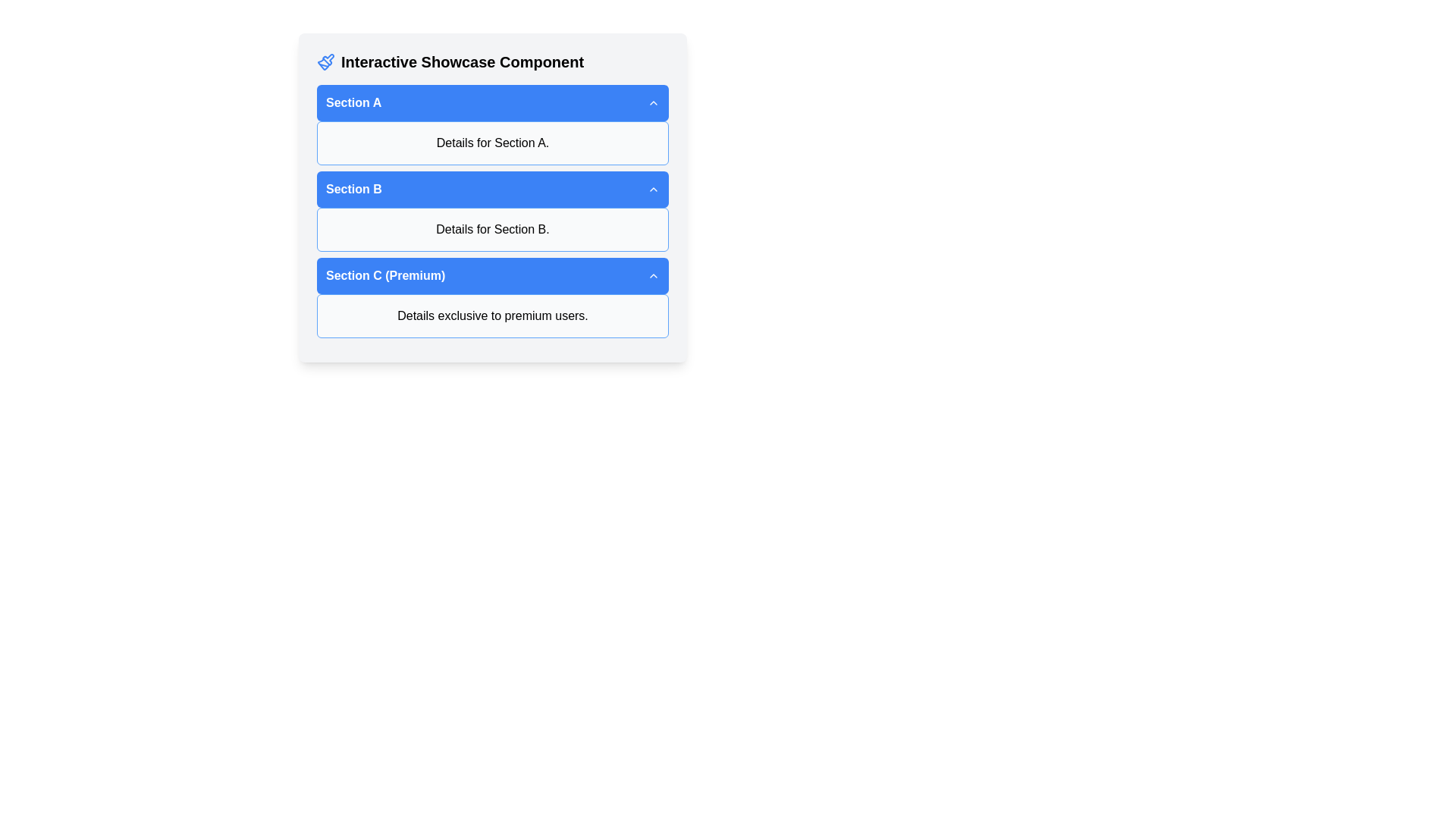 Image resolution: width=1456 pixels, height=819 pixels. Describe the element at coordinates (654, 189) in the screenshot. I see `the icon/button located to the right of the header labeled 'Section B'` at that location.